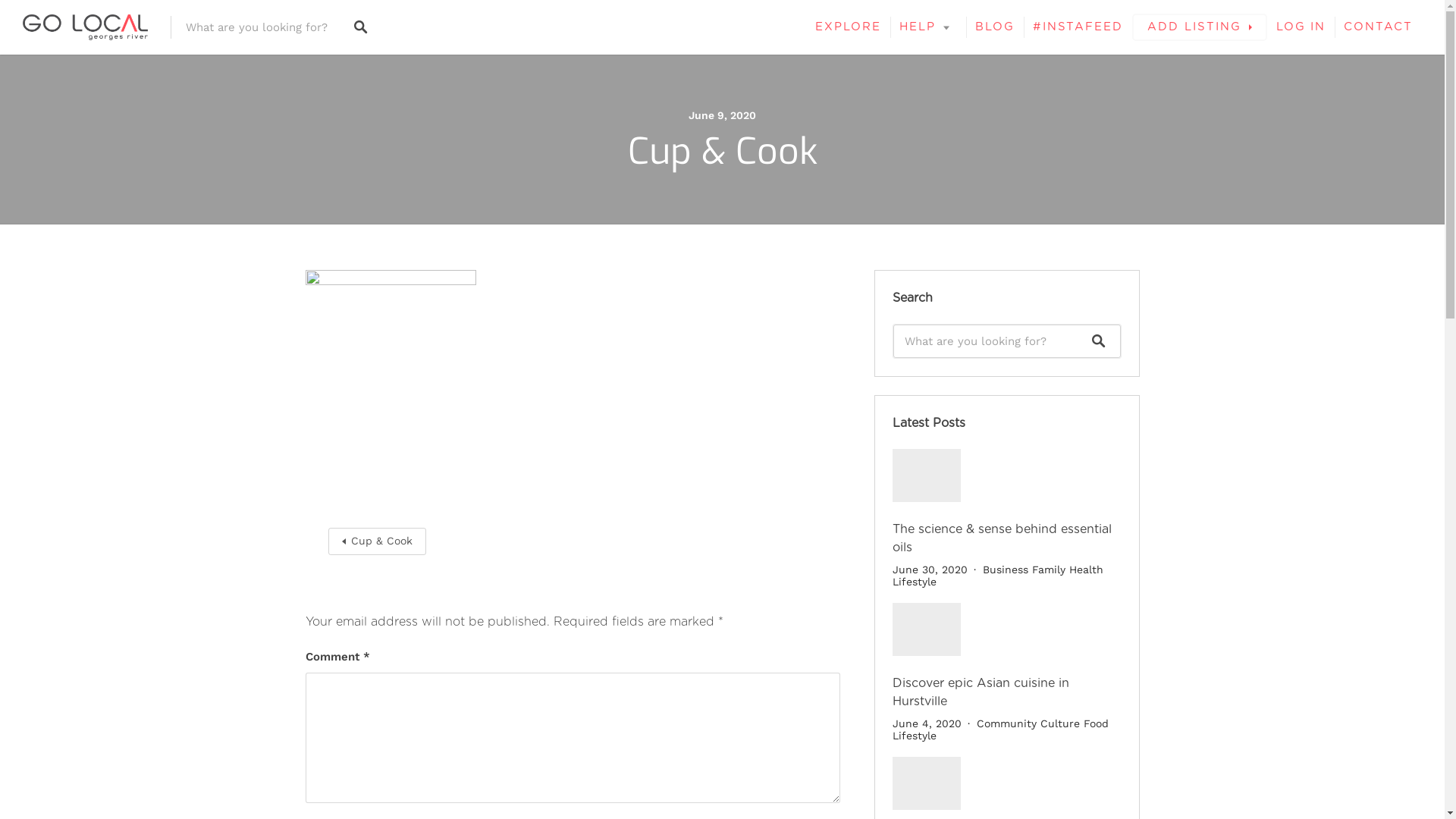 The image size is (1456, 819). Describe the element at coordinates (927, 27) in the screenshot. I see `'HELP'` at that location.